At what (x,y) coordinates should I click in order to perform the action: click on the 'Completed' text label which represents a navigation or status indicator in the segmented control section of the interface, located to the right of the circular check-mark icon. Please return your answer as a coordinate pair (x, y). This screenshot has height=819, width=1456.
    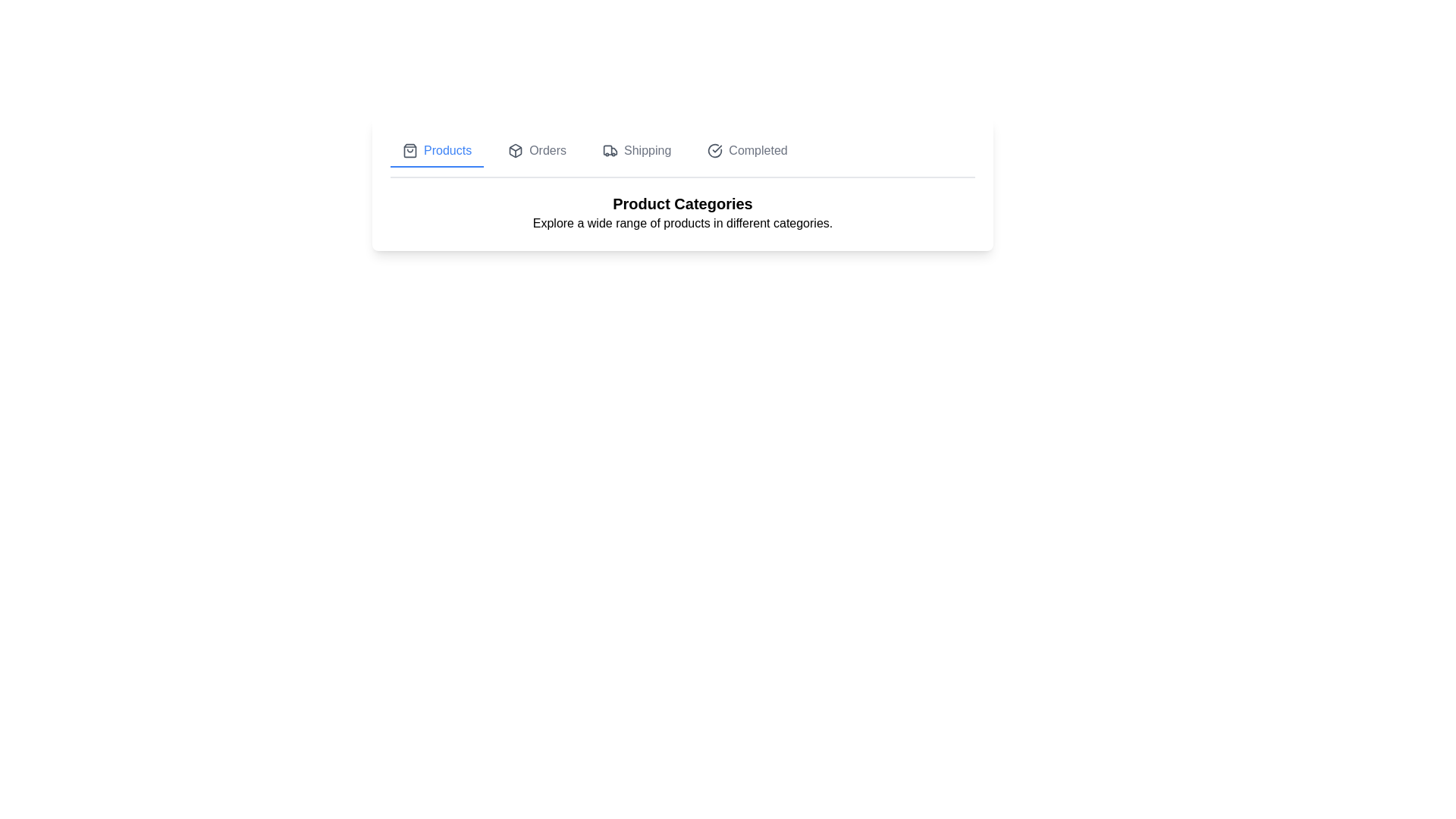
    Looking at the image, I should click on (758, 151).